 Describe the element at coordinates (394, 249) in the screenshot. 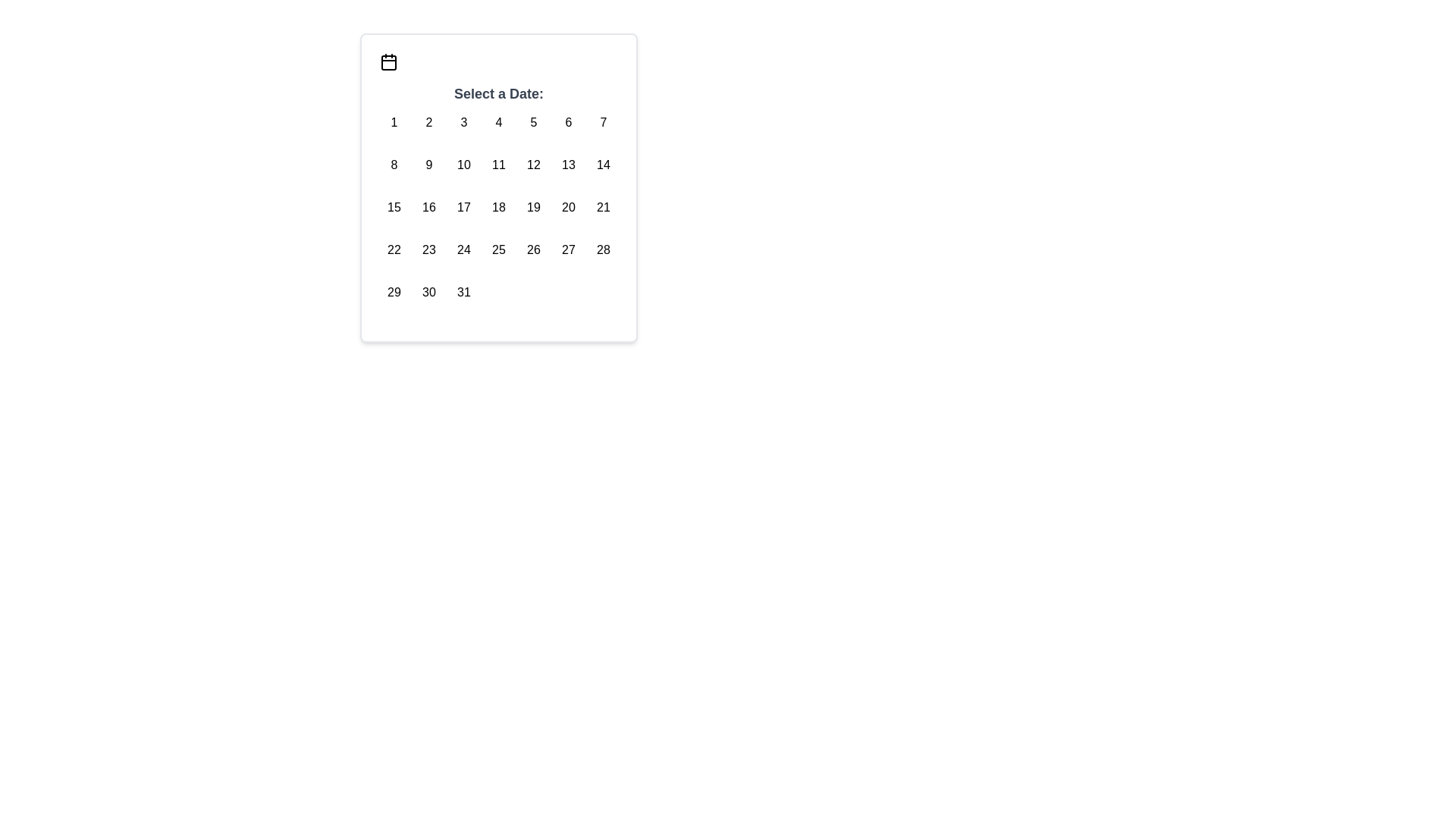

I see `the circular button displaying the number '22'` at that location.